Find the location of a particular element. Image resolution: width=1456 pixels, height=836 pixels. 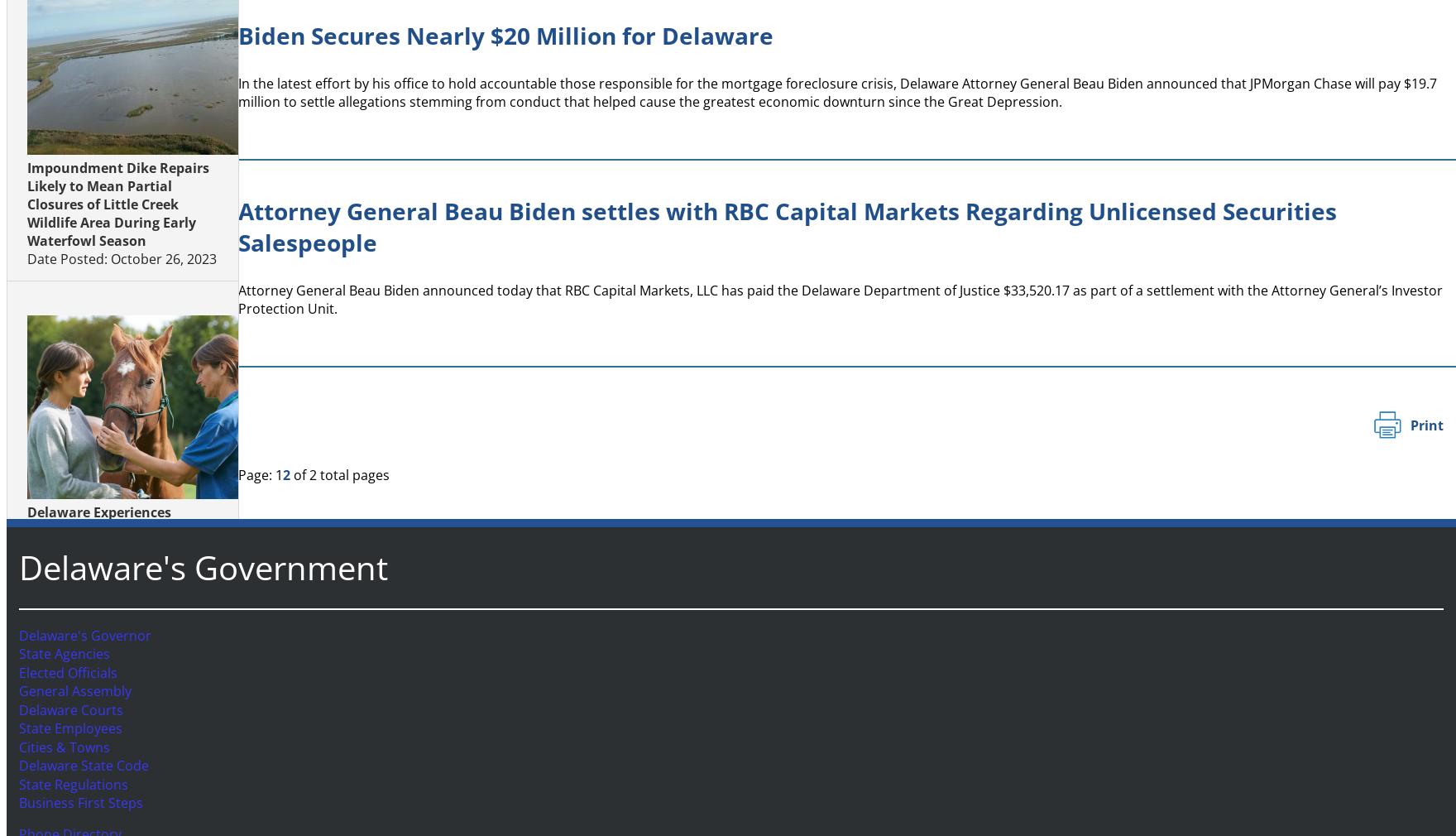

'Delaware Courts' is located at coordinates (66, 709).